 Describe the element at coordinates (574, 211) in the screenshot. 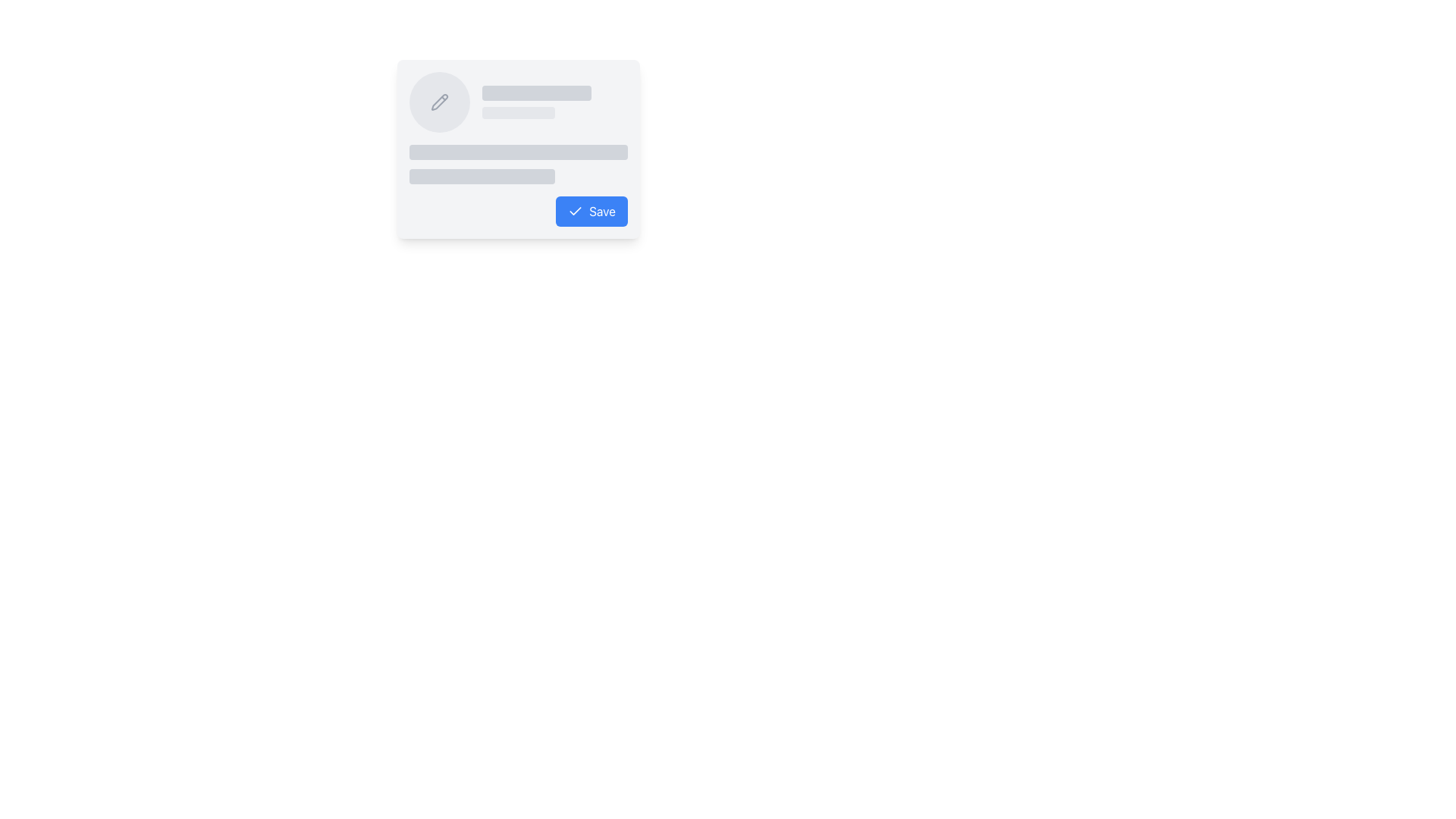

I see `the checkmark icon located within the 'Save' button, which has a blue background and white text, positioned at the lower section of the card interface` at that location.